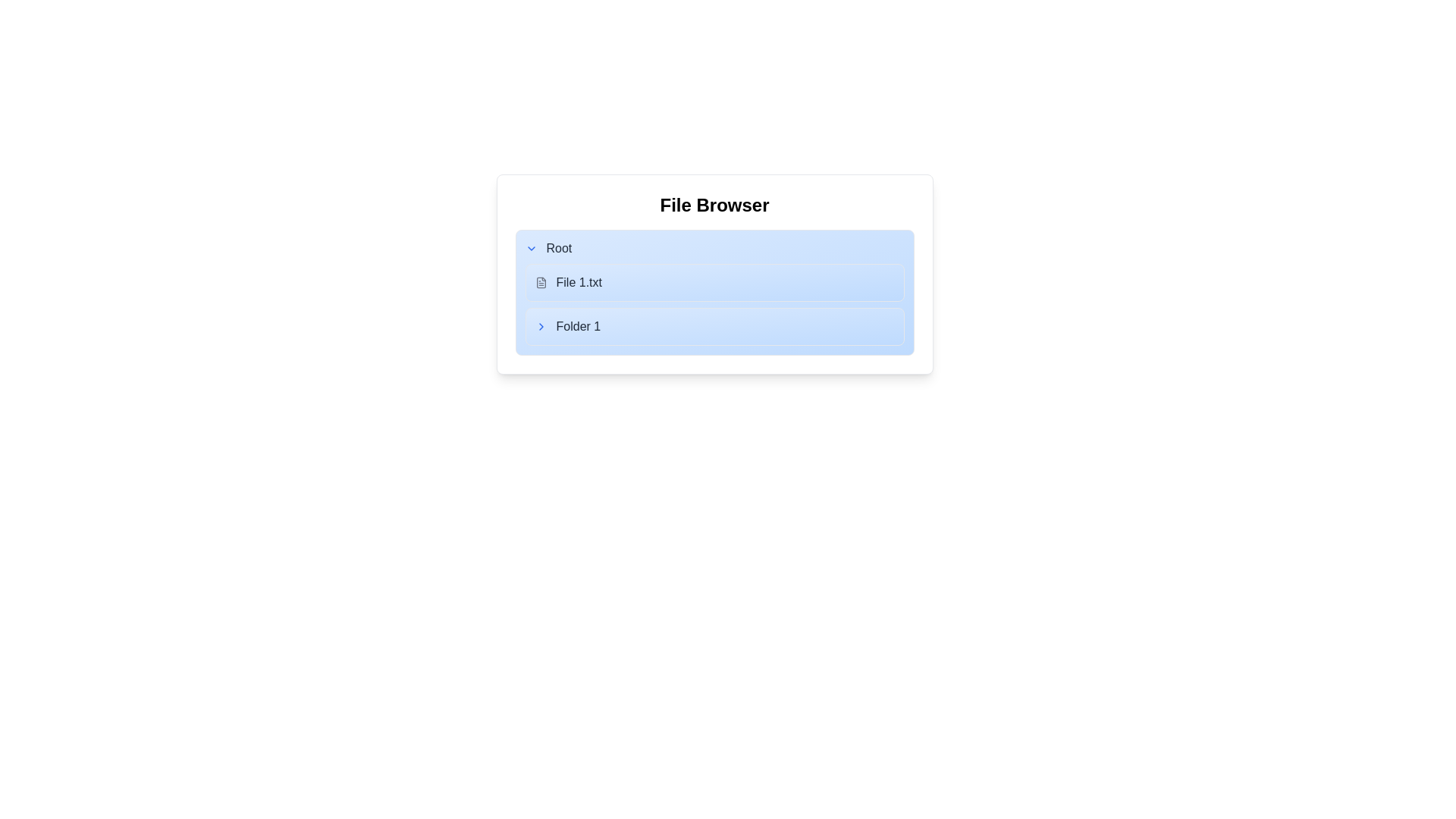  What do you see at coordinates (714, 326) in the screenshot?
I see `the folder item located below 'File 1.txt' within the 'Root' section` at bounding box center [714, 326].